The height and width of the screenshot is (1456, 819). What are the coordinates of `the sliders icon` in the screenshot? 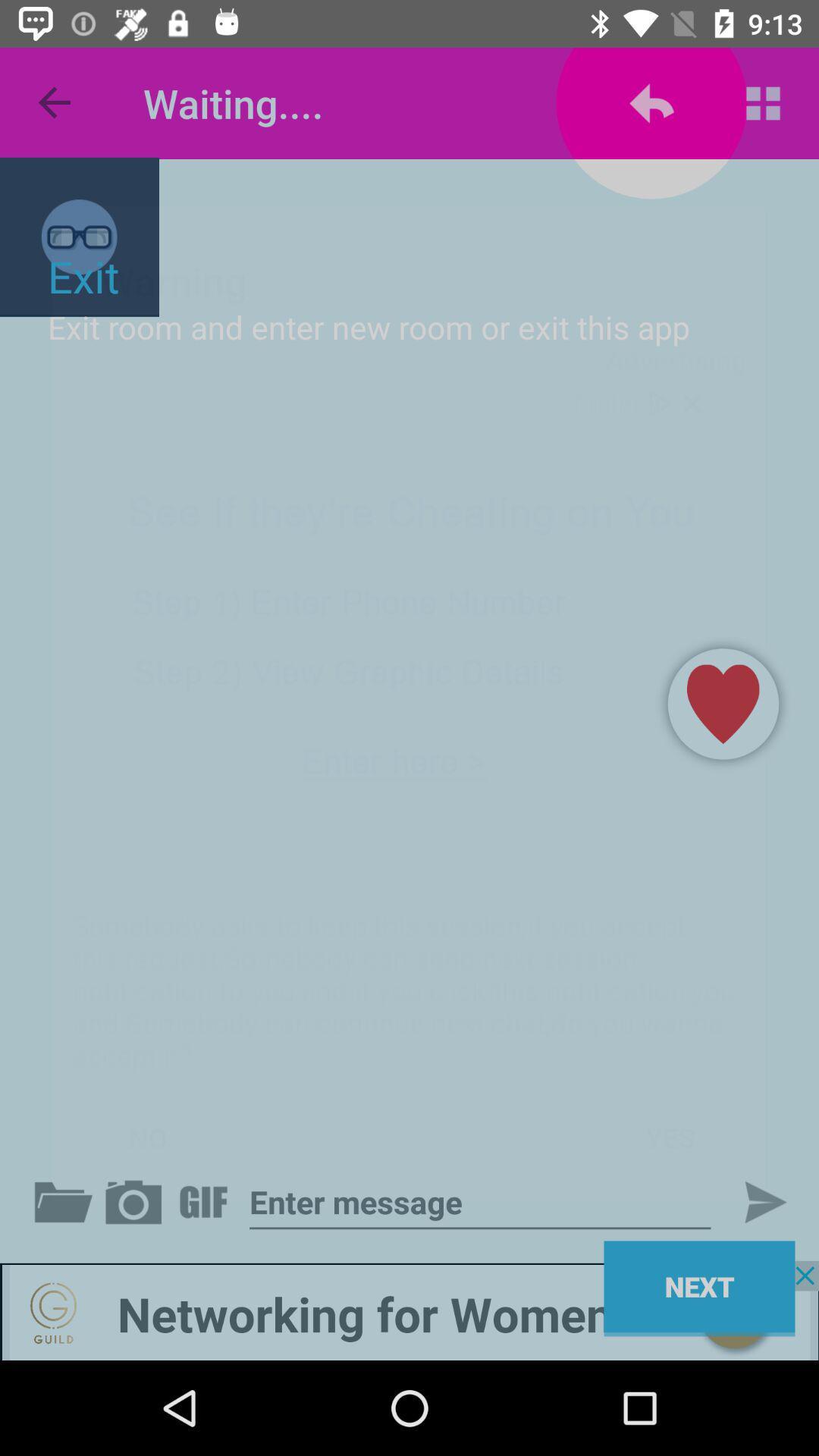 It's located at (206, 1201).